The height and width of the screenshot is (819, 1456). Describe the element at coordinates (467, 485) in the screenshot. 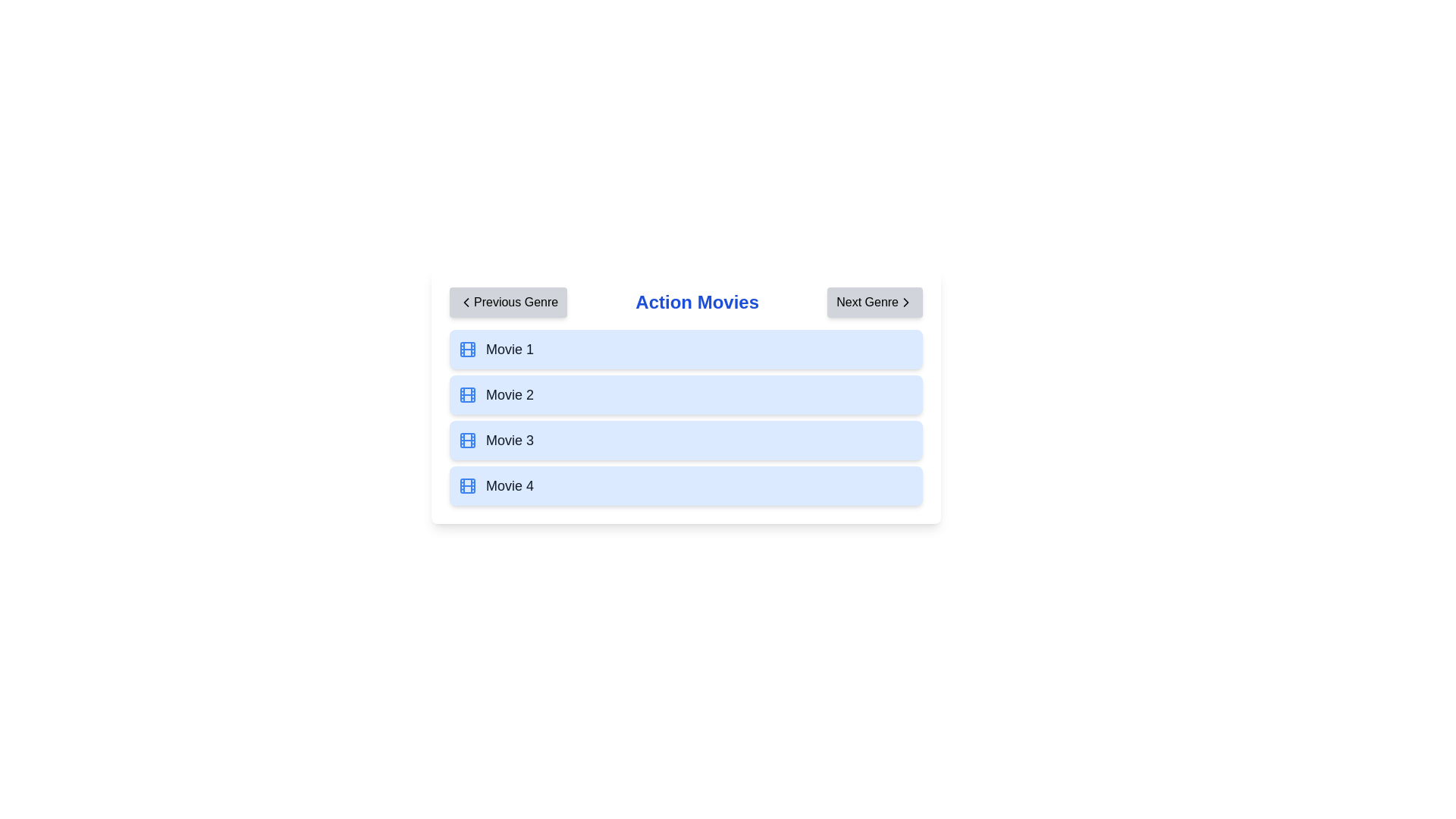

I see `the decorative graphical element within the film icon, which is a small rectangular shape located to the left of the 'Movie 4' text` at that location.